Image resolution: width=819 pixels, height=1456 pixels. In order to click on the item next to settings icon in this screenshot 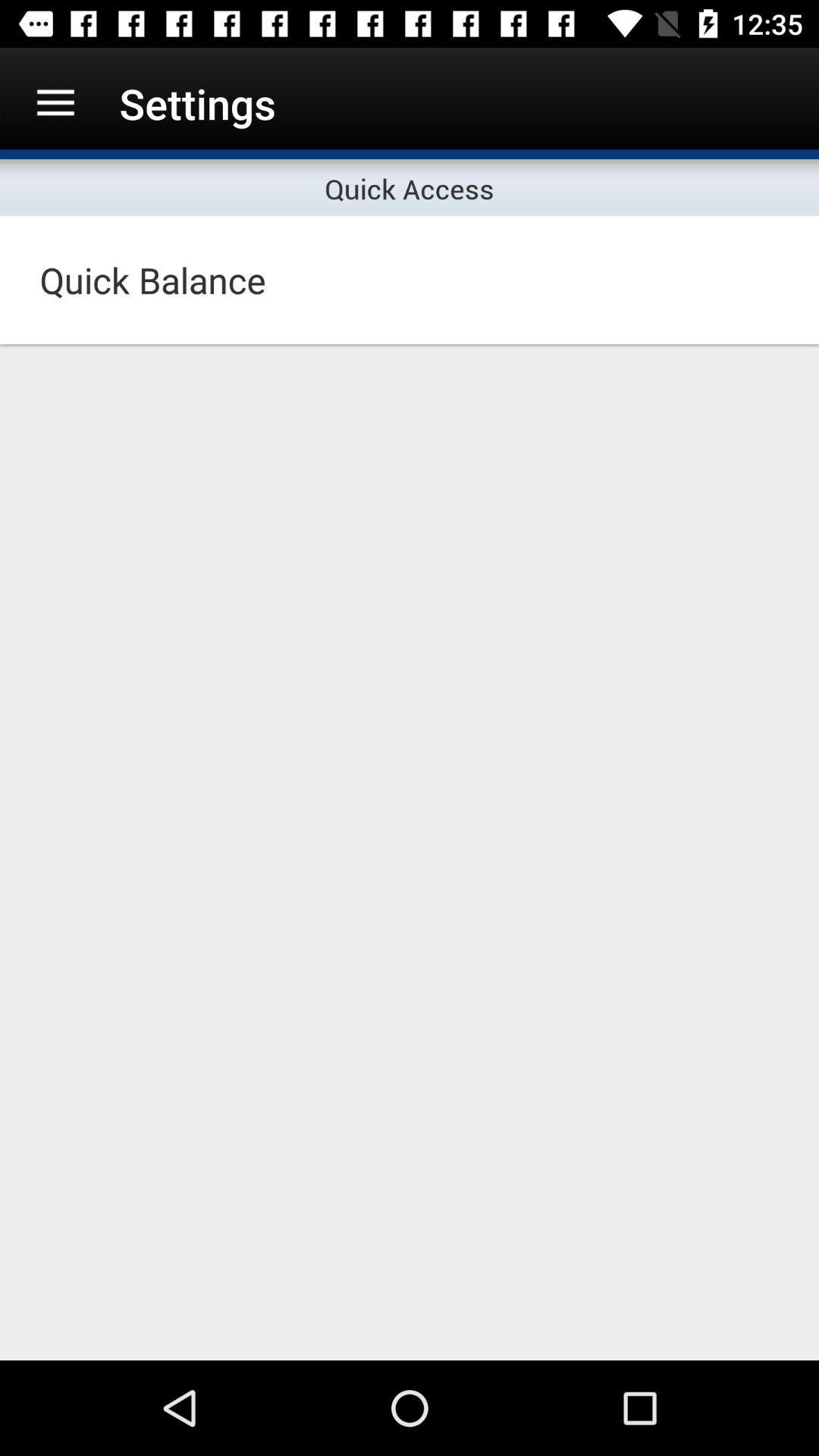, I will do `click(55, 102)`.